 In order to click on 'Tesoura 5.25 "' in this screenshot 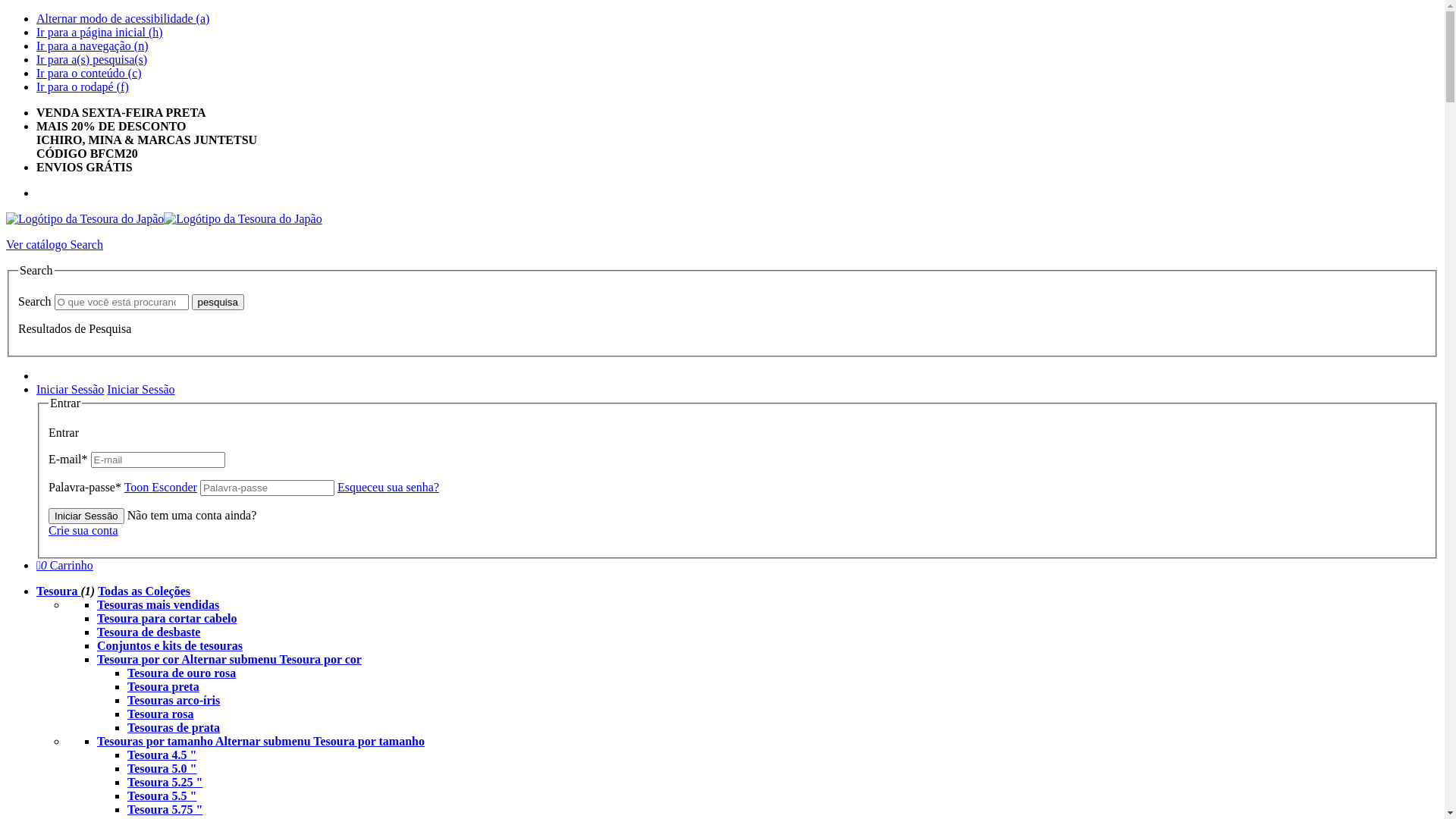, I will do `click(165, 782)`.